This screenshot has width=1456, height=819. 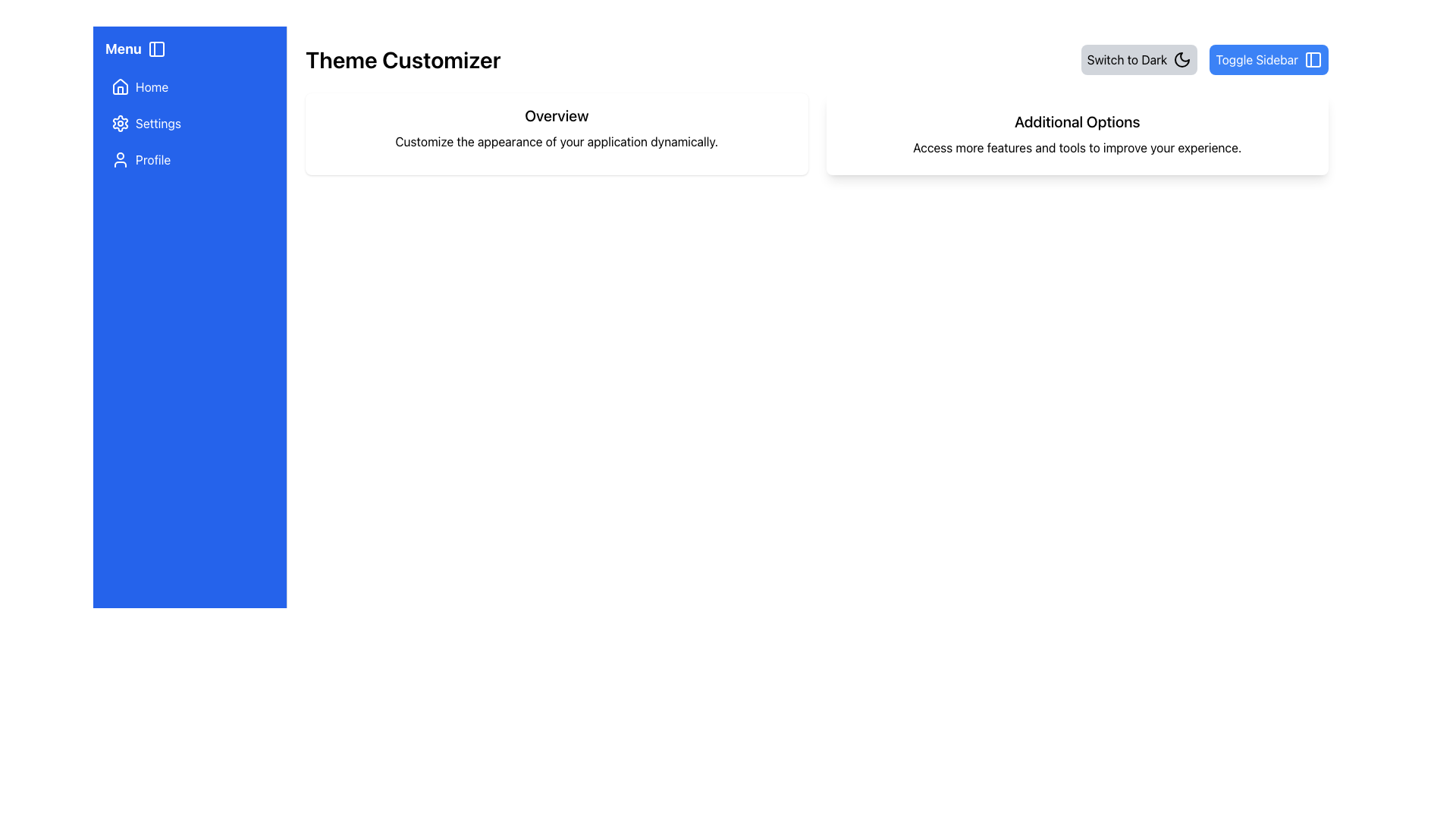 I want to click on the Decorative SVG Element located in the left sidebar menu, adjacent to the 'Menu' text label, so click(x=156, y=49).